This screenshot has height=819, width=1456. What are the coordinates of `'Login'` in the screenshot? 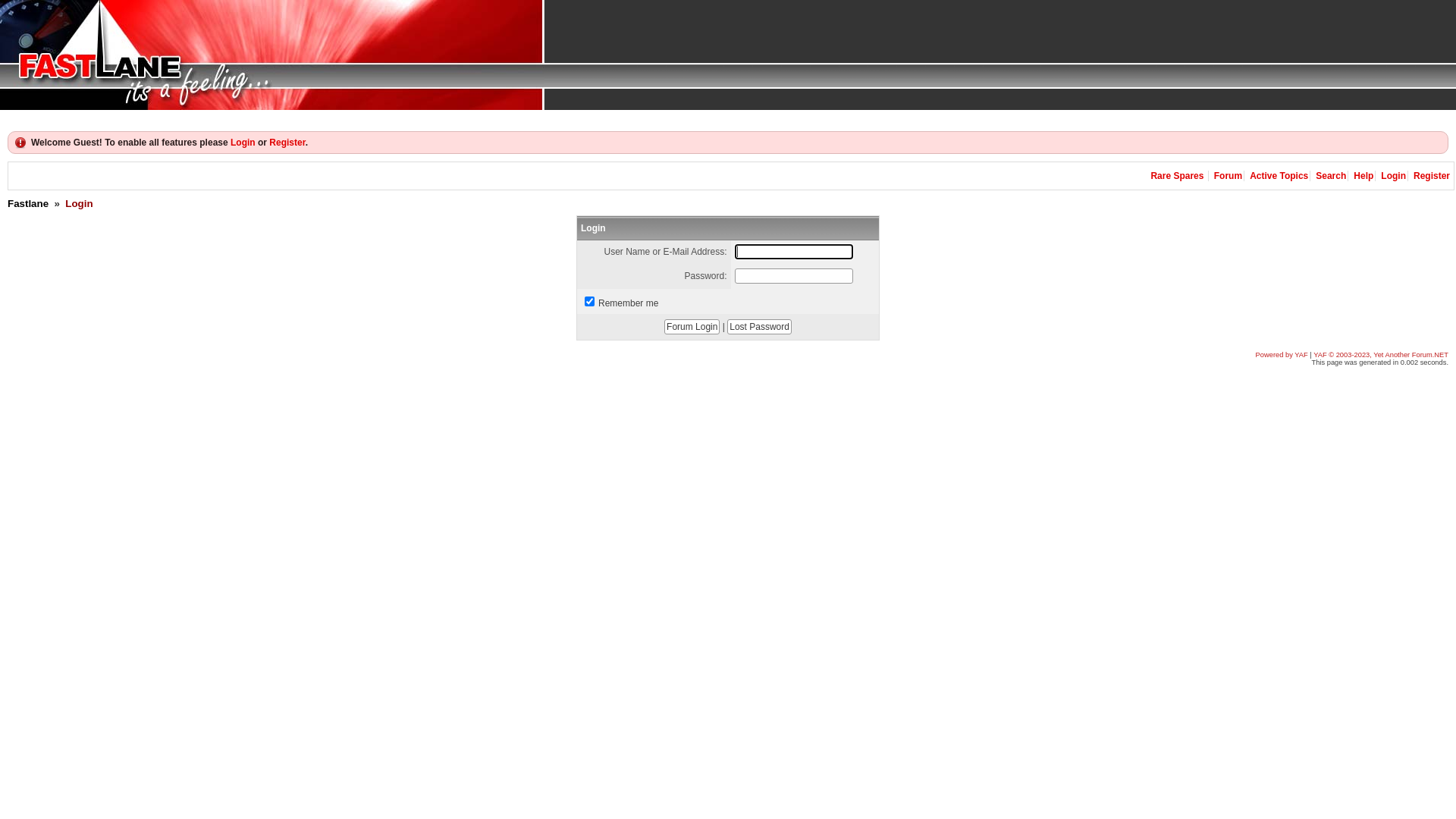 It's located at (243, 143).